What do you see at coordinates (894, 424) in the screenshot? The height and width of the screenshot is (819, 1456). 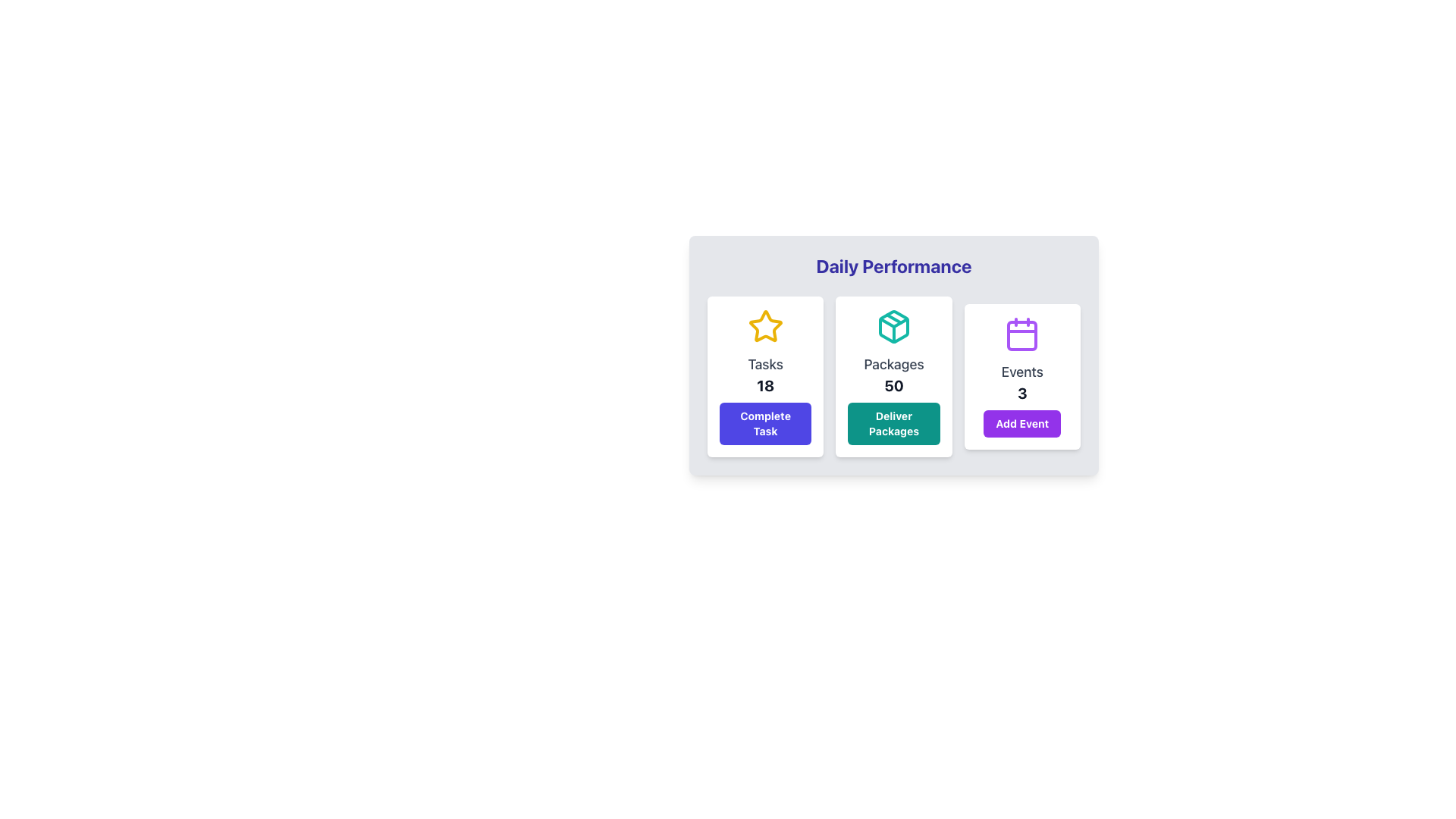 I see `the teal rectangular button with rounded corners that contains the text 'Deliver Packages'` at bounding box center [894, 424].